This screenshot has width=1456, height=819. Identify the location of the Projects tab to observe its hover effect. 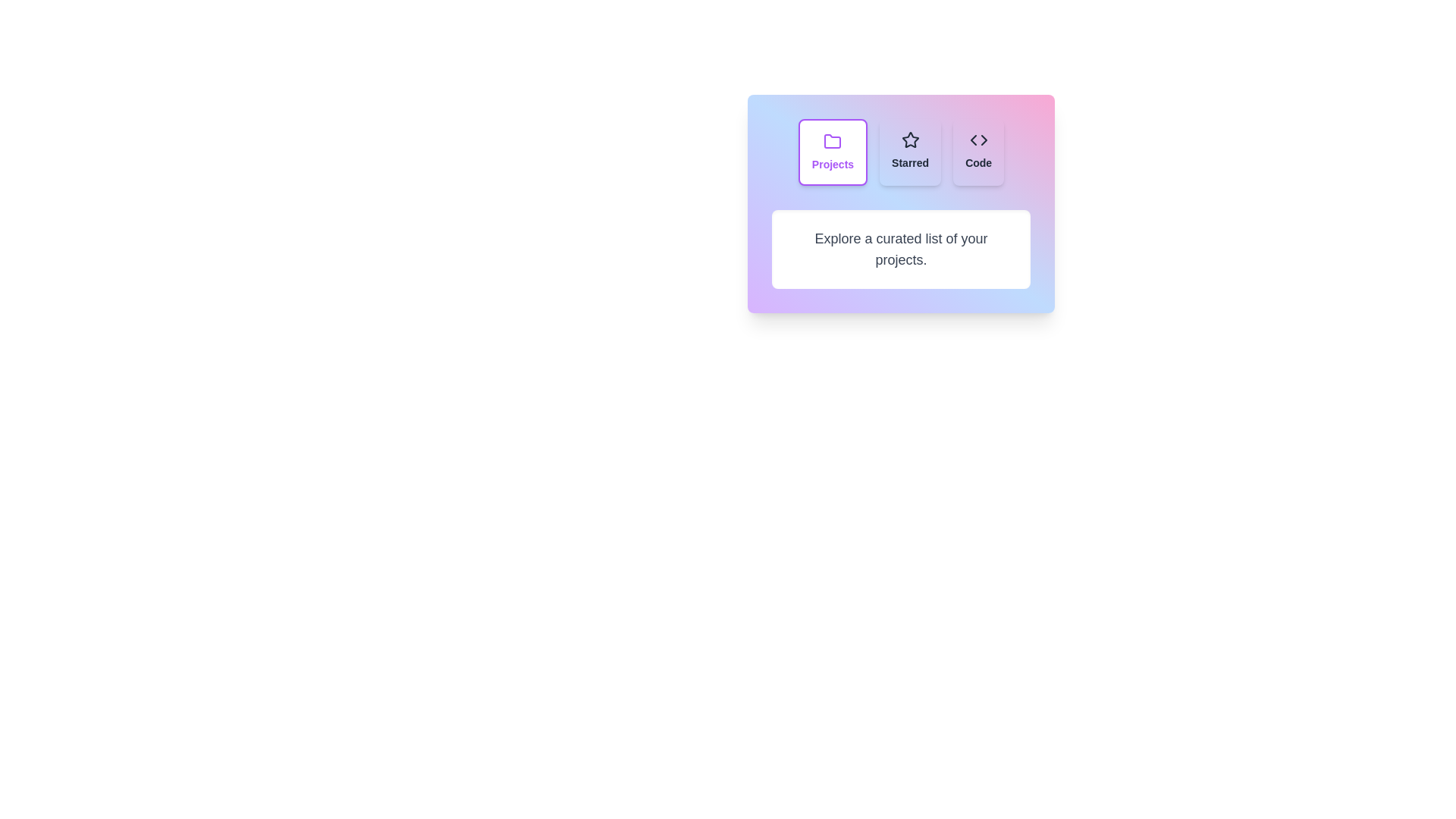
(832, 152).